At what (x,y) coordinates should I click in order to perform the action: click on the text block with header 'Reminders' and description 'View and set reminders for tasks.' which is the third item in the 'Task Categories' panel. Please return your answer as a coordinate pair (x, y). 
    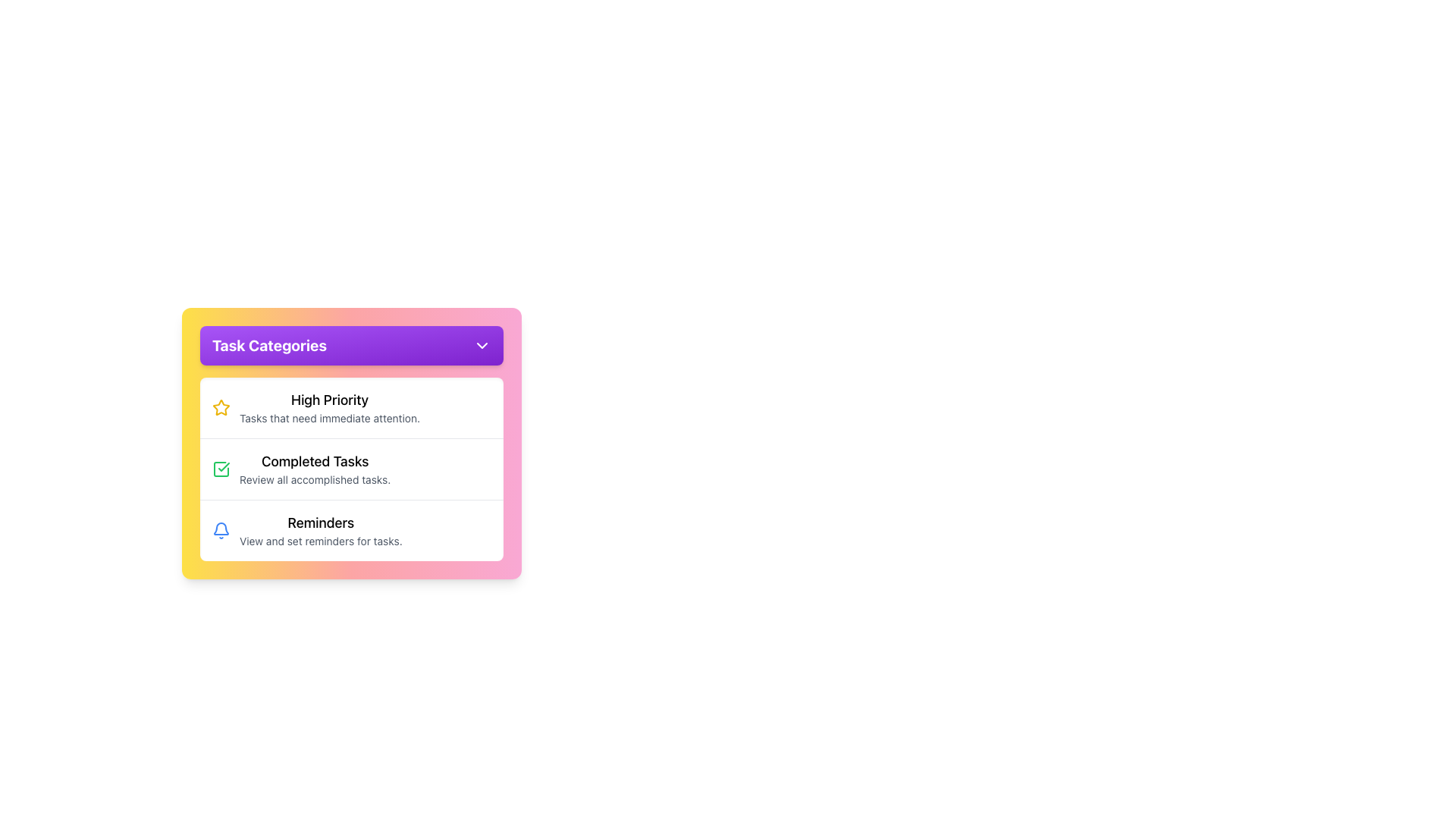
    Looking at the image, I should click on (320, 529).